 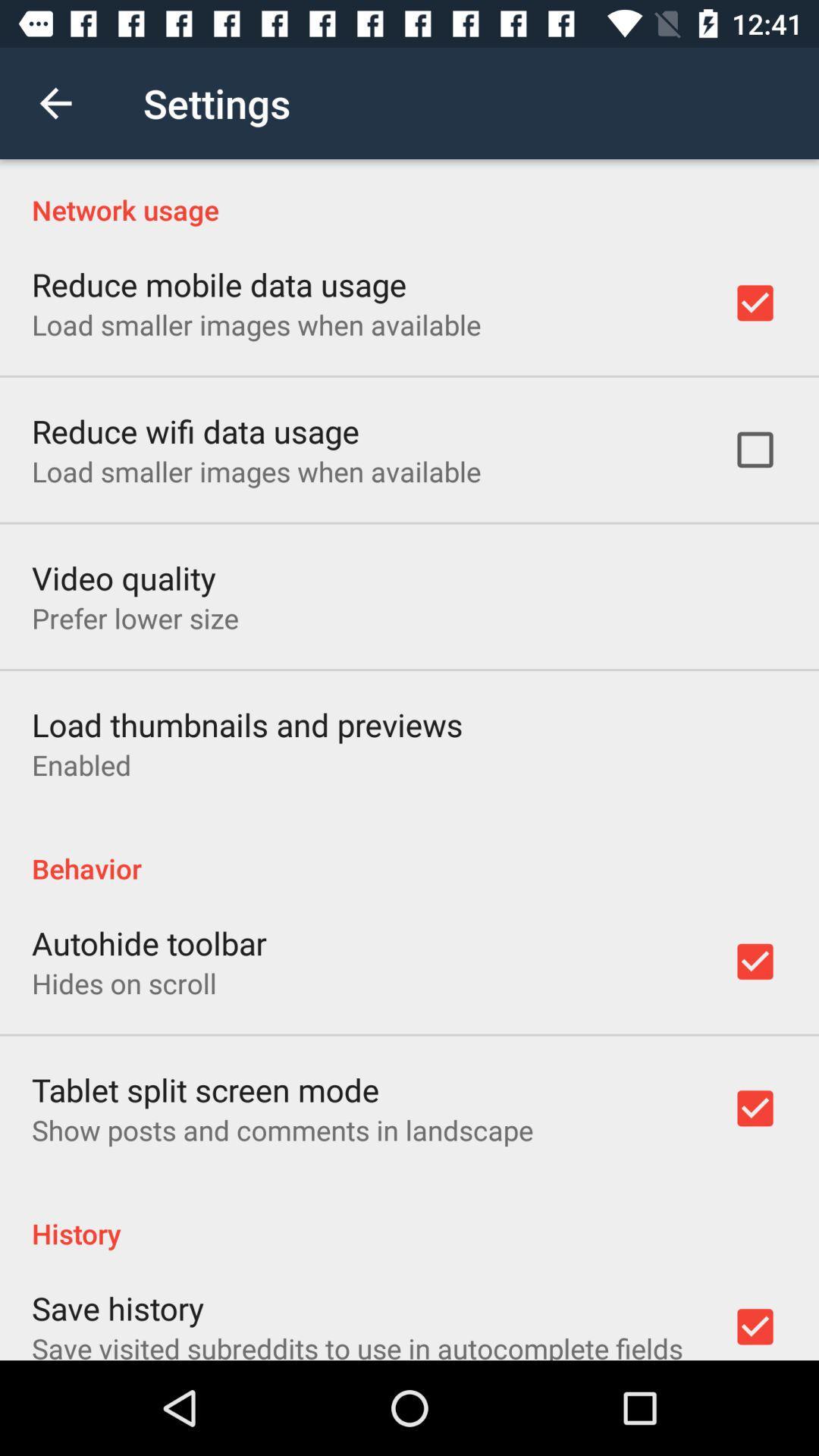 What do you see at coordinates (134, 618) in the screenshot?
I see `prefer lower size item` at bounding box center [134, 618].